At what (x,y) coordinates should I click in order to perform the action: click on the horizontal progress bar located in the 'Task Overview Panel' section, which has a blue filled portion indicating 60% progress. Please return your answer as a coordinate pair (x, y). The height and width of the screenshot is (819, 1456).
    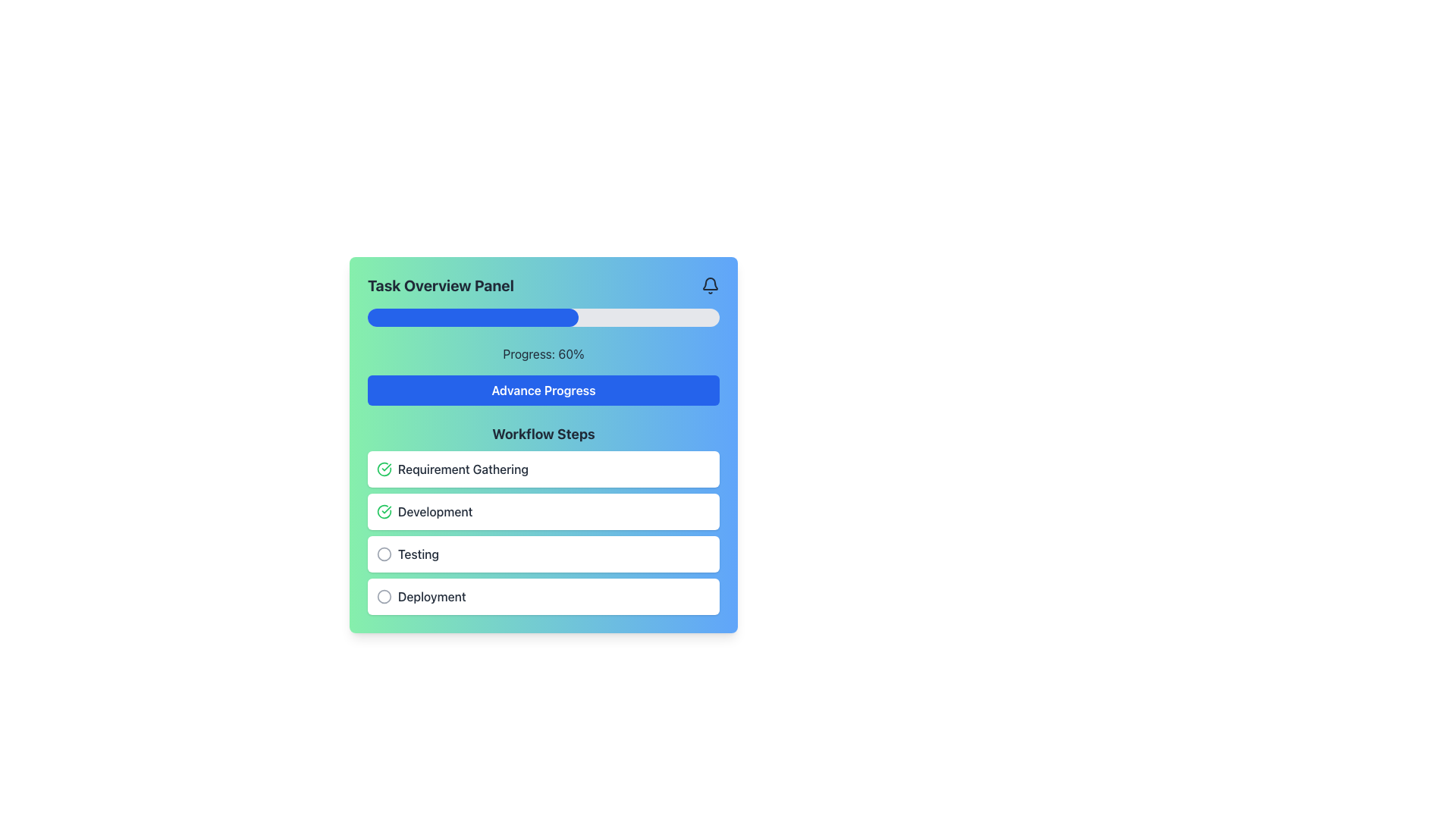
    Looking at the image, I should click on (543, 317).